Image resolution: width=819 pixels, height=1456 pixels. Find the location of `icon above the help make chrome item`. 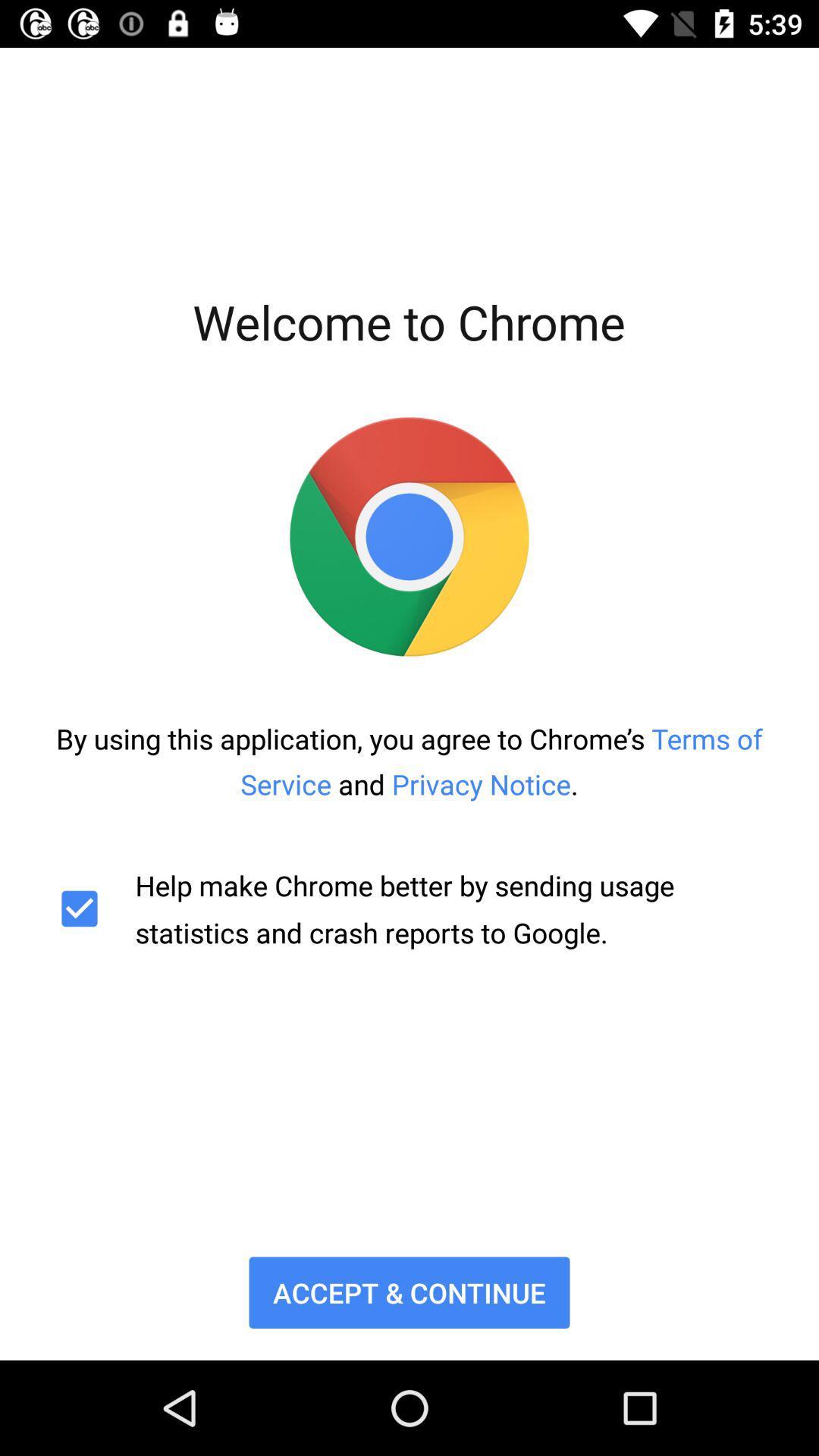

icon above the help make chrome item is located at coordinates (409, 761).